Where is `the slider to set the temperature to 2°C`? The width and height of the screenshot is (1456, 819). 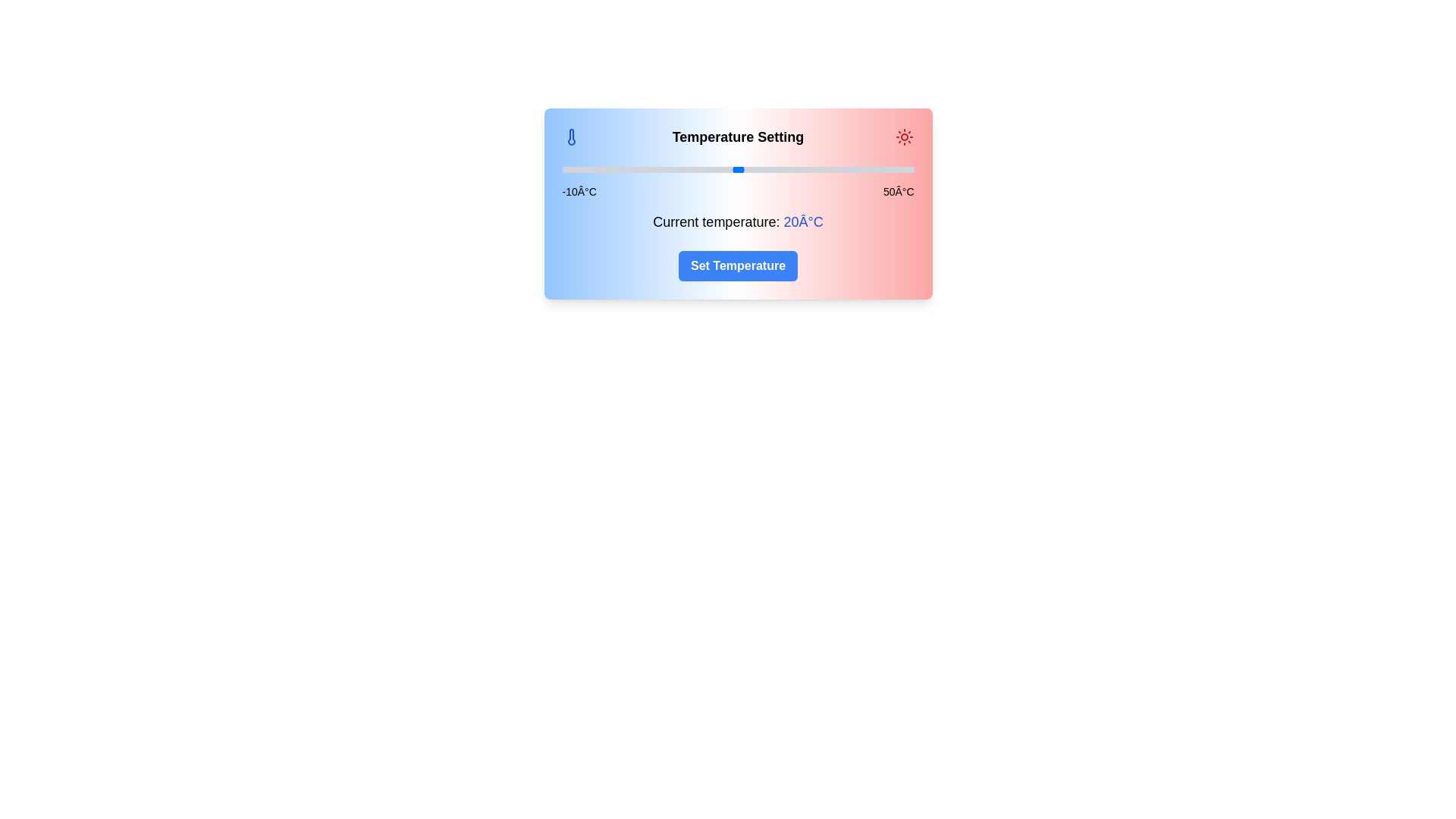
the slider to set the temperature to 2°C is located at coordinates (632, 169).